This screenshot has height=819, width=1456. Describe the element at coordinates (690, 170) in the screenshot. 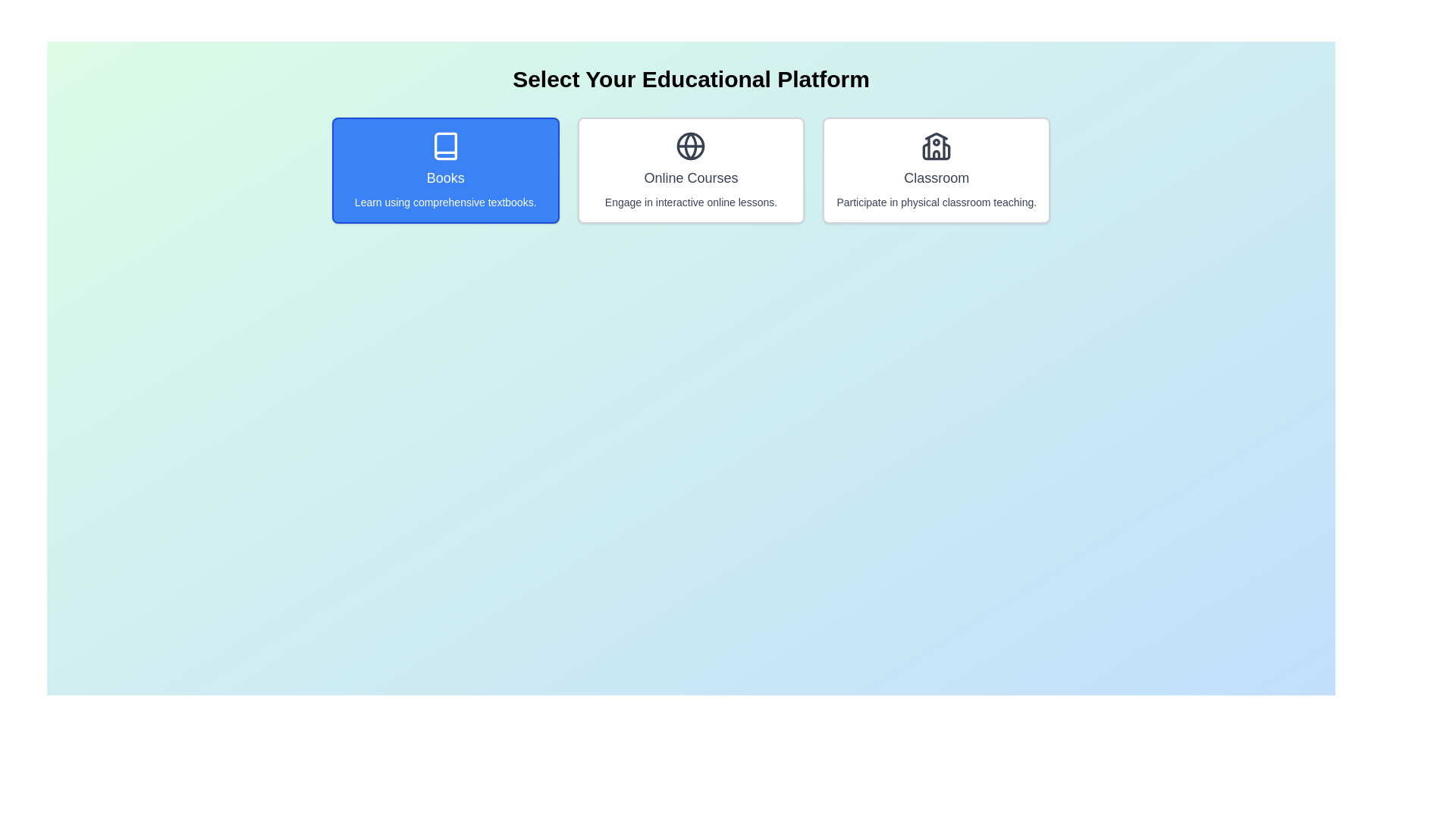

I see `the button corresponding to Online Courses to select the educational platform` at that location.